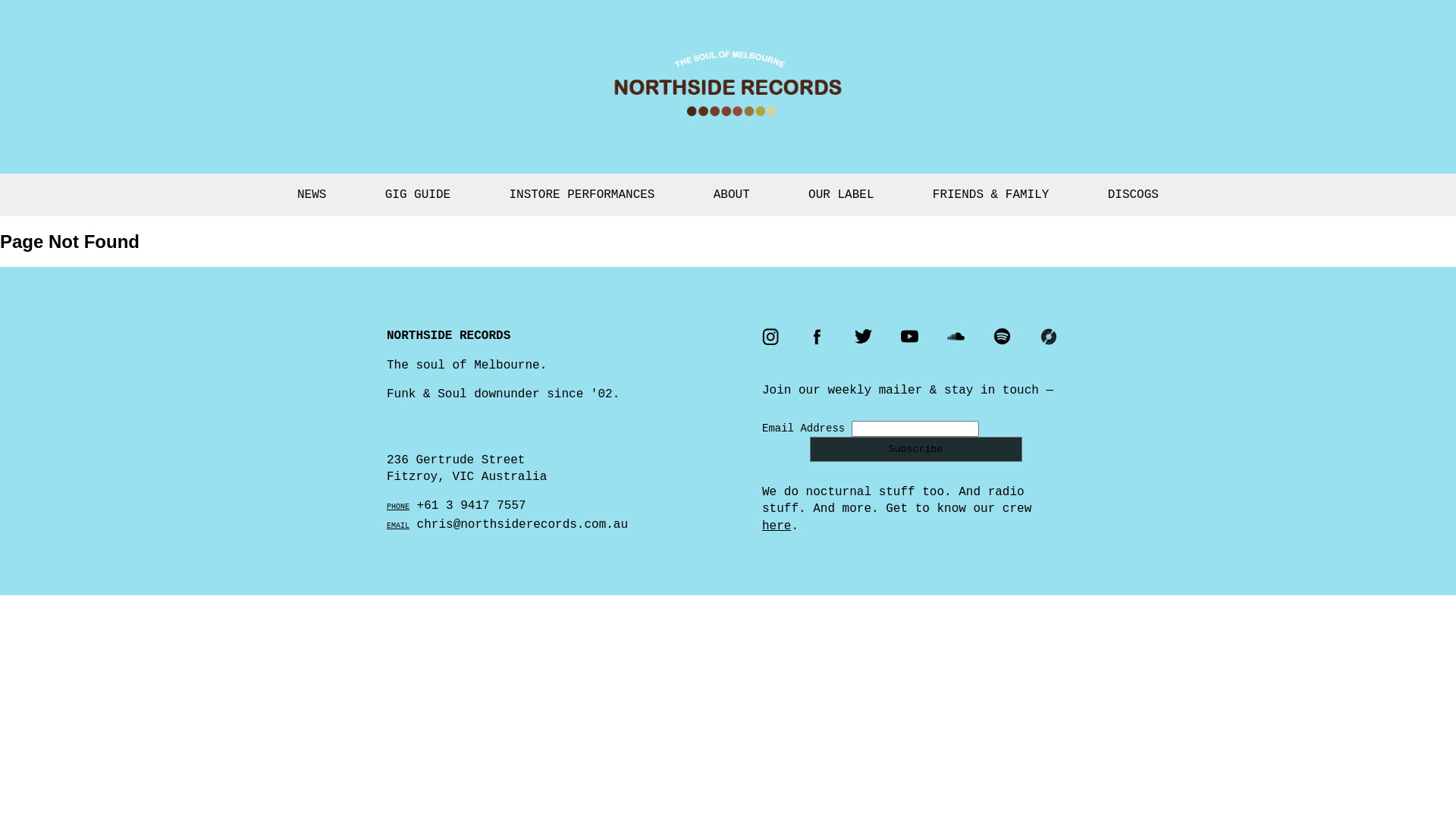 The image size is (1456, 819). What do you see at coordinates (581, 194) in the screenshot?
I see `'INSTORE PERFORMANCES'` at bounding box center [581, 194].